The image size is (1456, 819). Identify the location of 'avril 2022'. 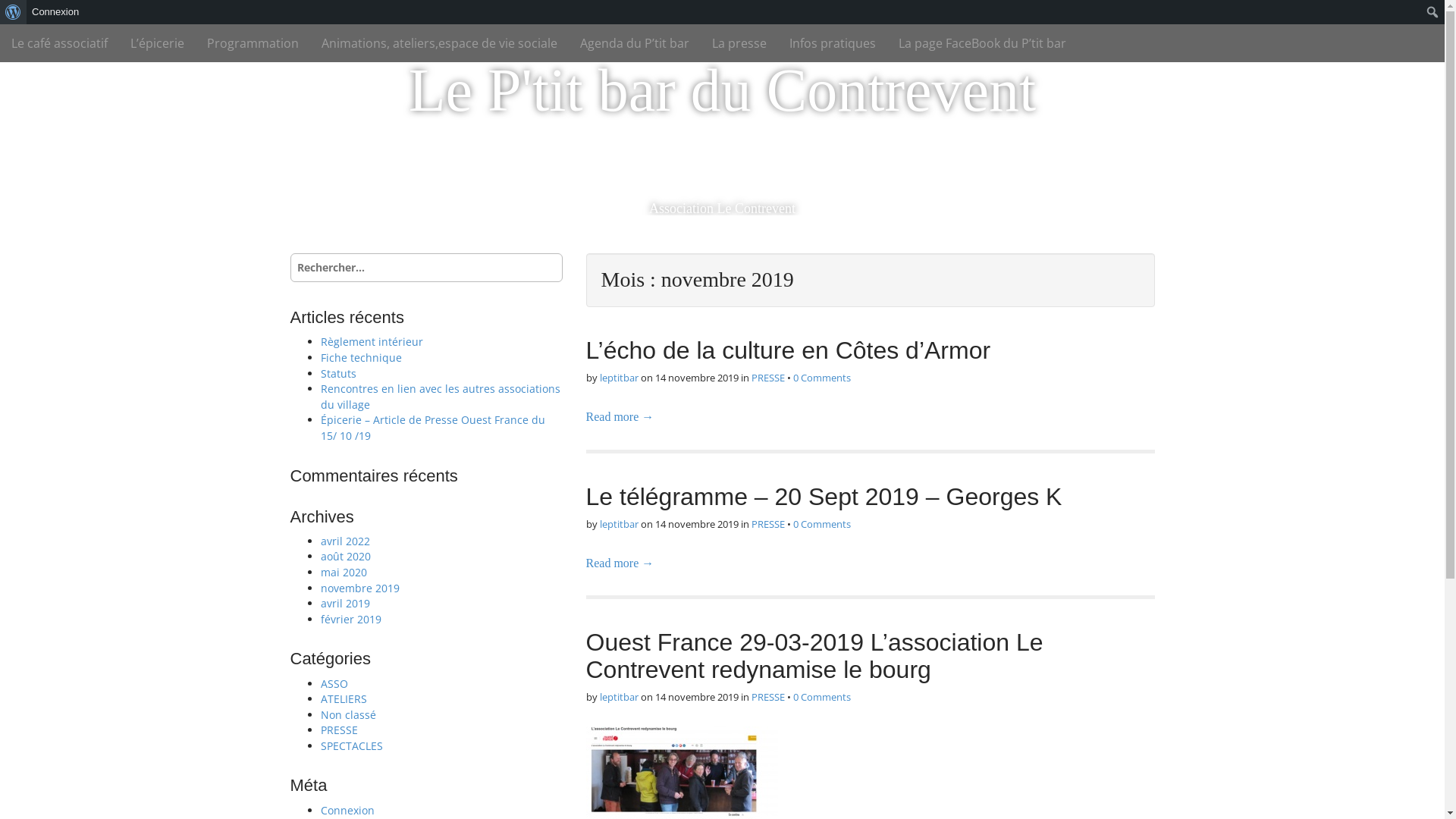
(344, 540).